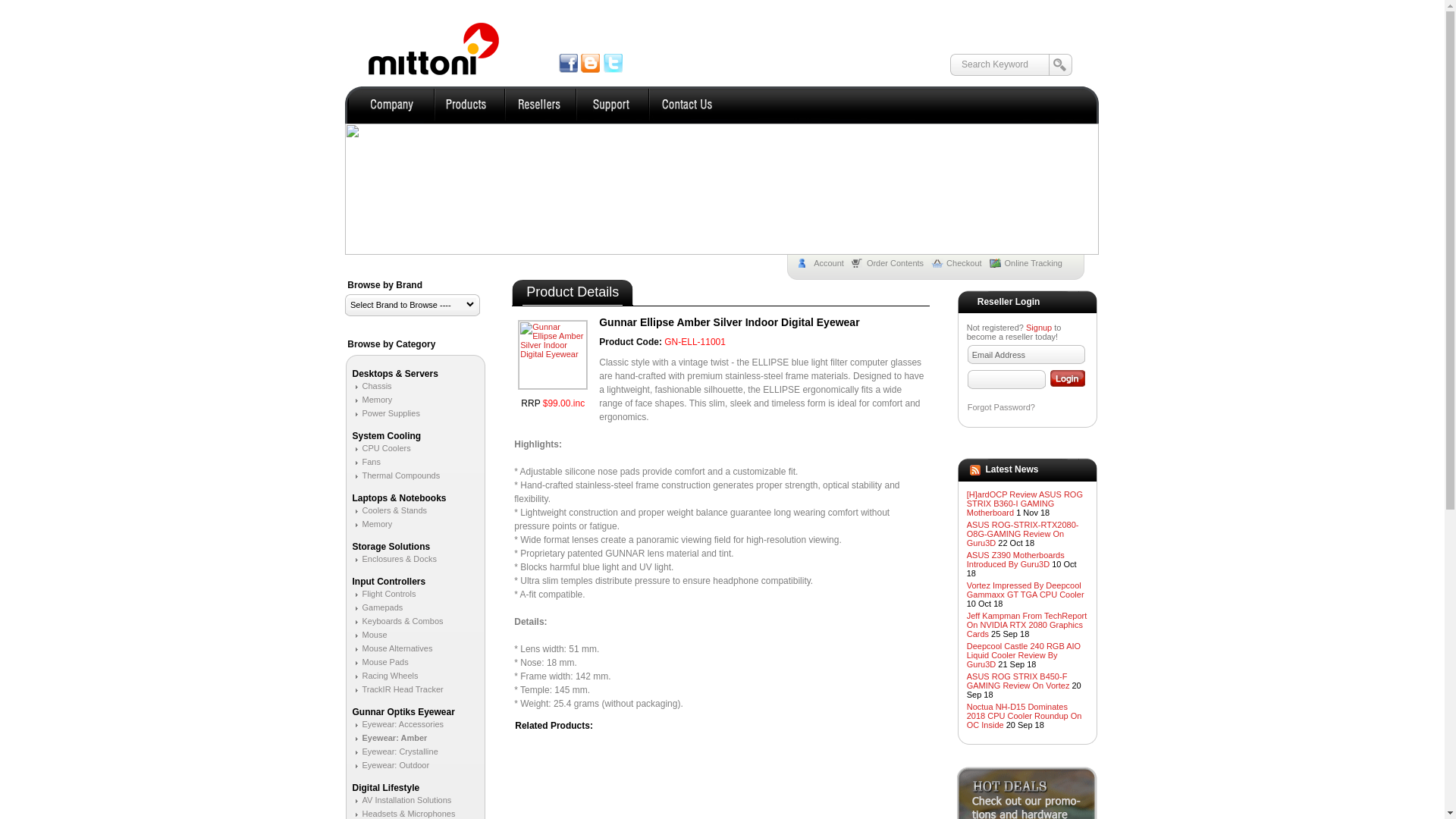 The image size is (1456, 819). What do you see at coordinates (384, 675) in the screenshot?
I see `'Racing Wheels'` at bounding box center [384, 675].